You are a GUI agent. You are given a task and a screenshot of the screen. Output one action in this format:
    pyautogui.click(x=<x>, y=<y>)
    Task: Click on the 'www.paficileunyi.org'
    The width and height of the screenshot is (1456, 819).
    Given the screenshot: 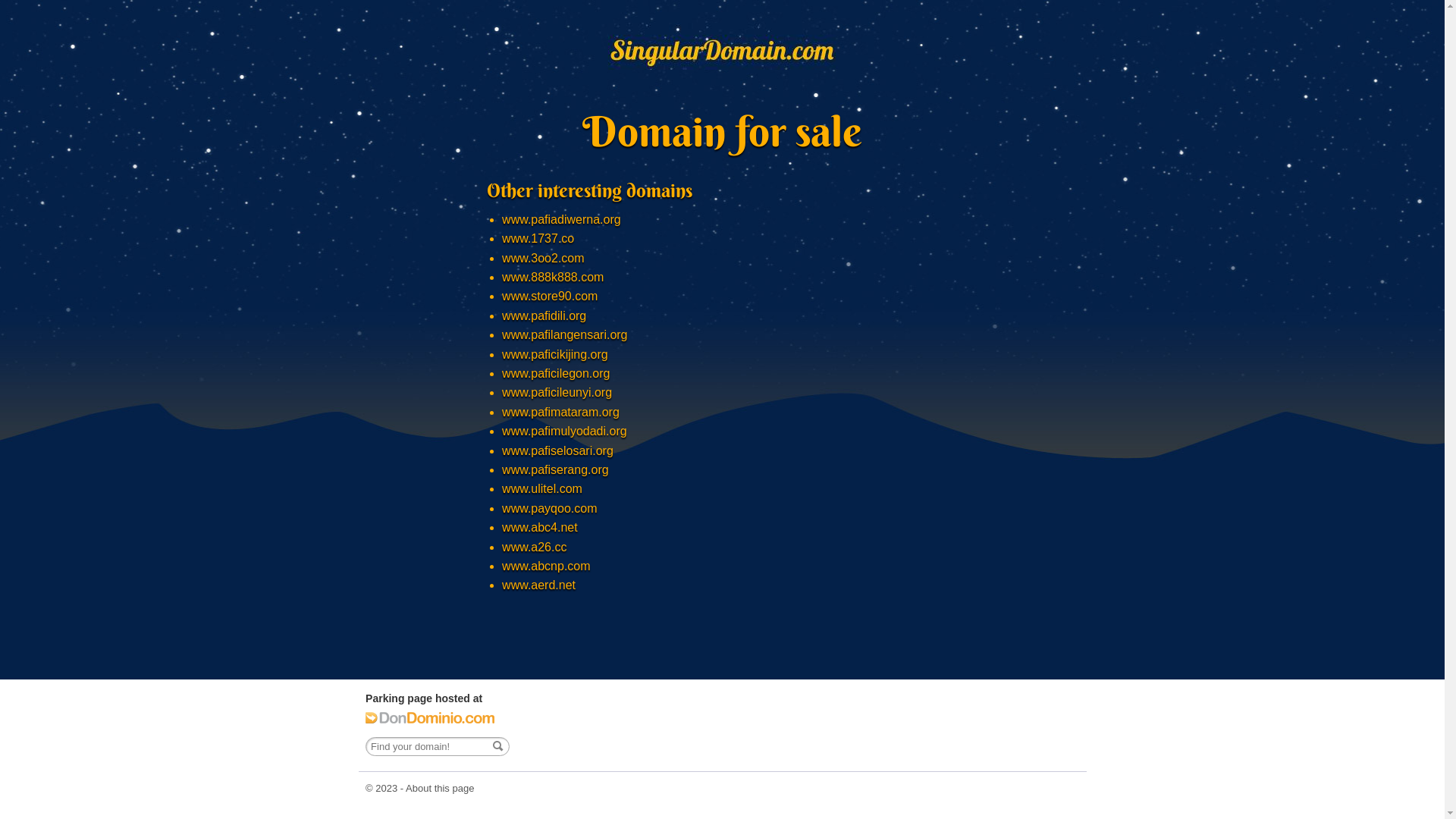 What is the action you would take?
    pyautogui.click(x=556, y=391)
    